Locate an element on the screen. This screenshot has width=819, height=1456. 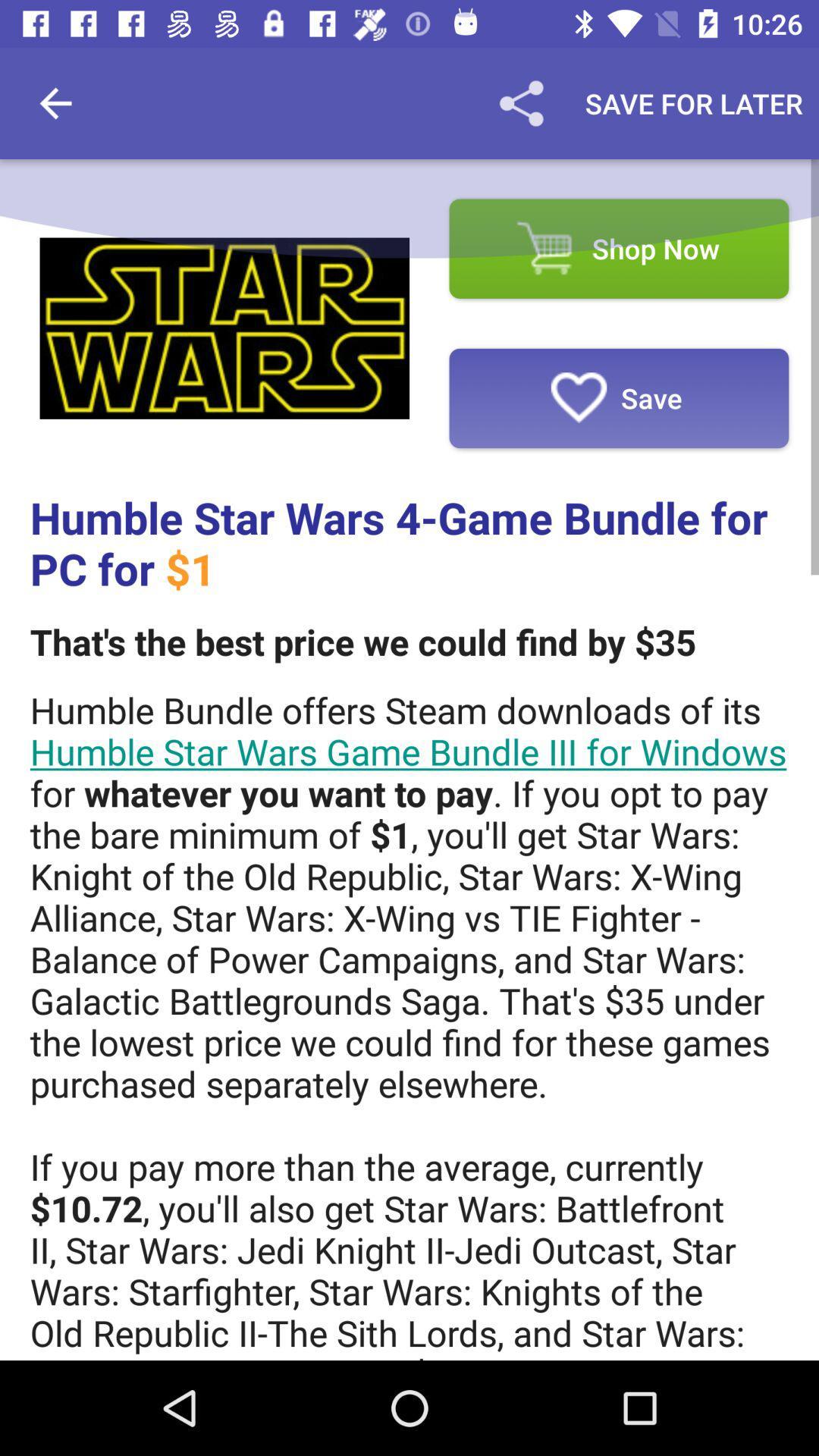
the icon above the humble bundle offers is located at coordinates (362, 642).